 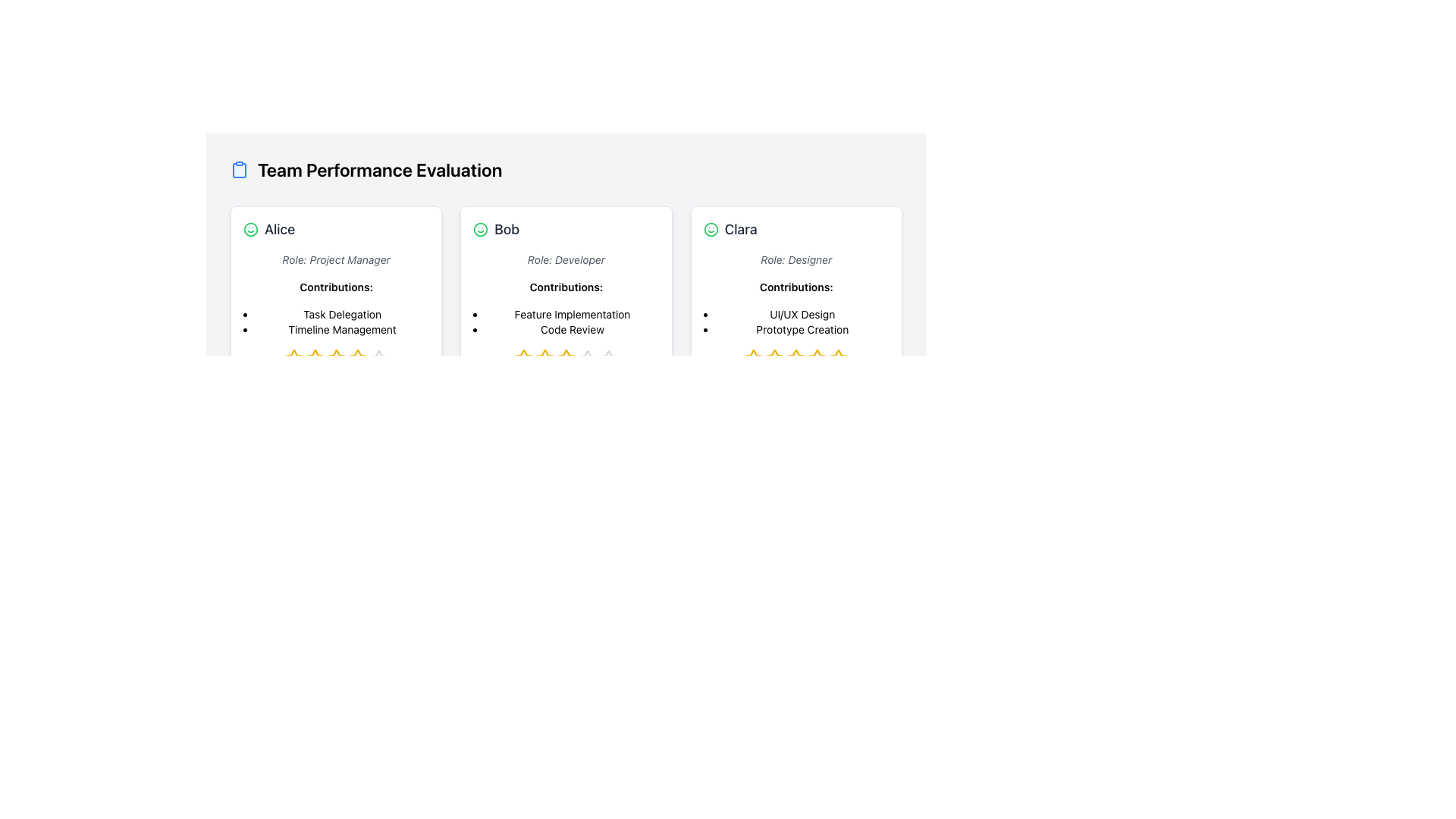 I want to click on the highlighted star icon in the 'Clara' section of the 'Team Performance Evaluation' application, so click(x=754, y=358).